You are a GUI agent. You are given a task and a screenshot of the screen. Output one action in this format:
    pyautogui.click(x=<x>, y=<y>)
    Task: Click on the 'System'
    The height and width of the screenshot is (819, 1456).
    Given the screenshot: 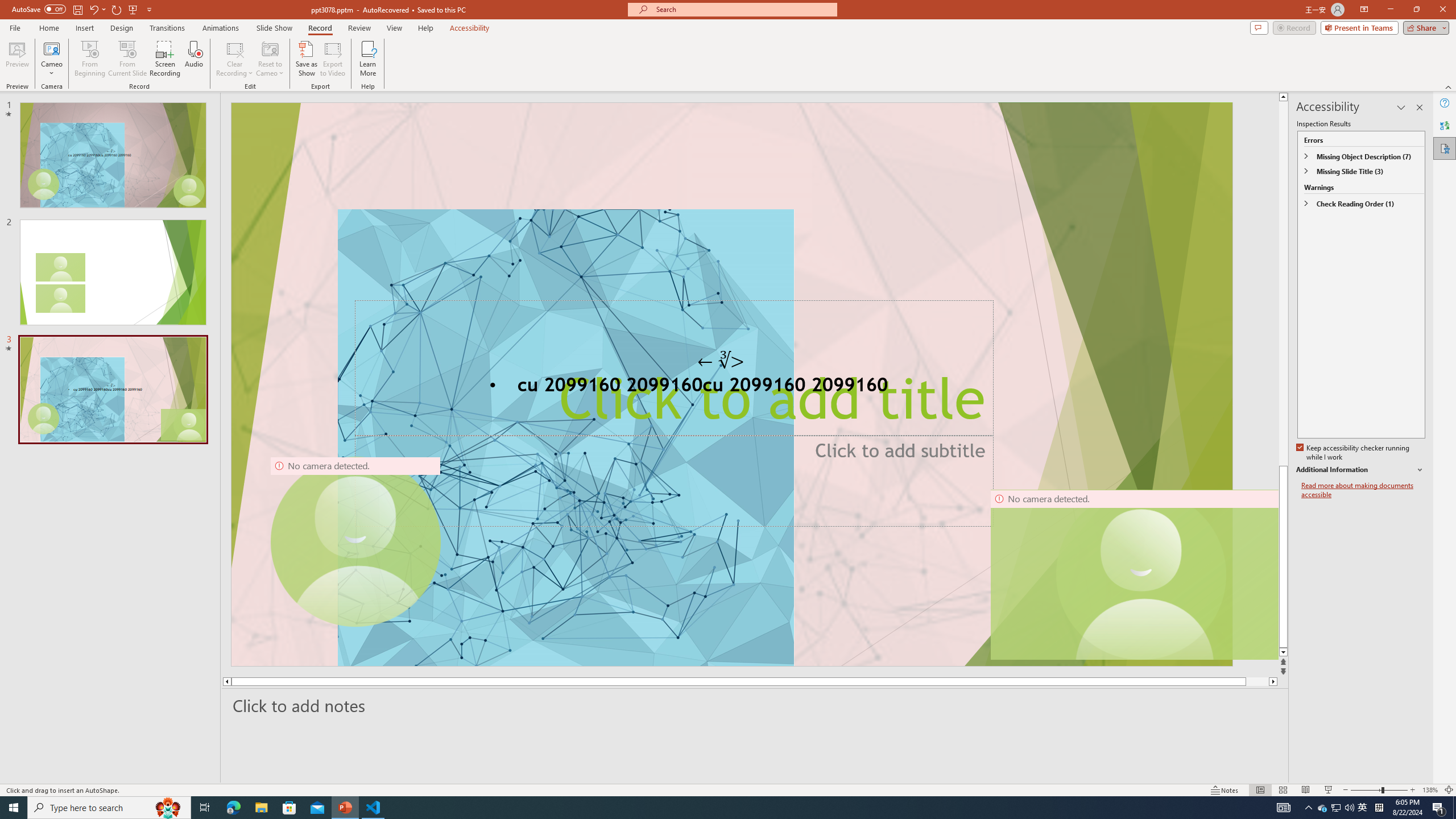 What is the action you would take?
    pyautogui.click(x=6, y=5)
    